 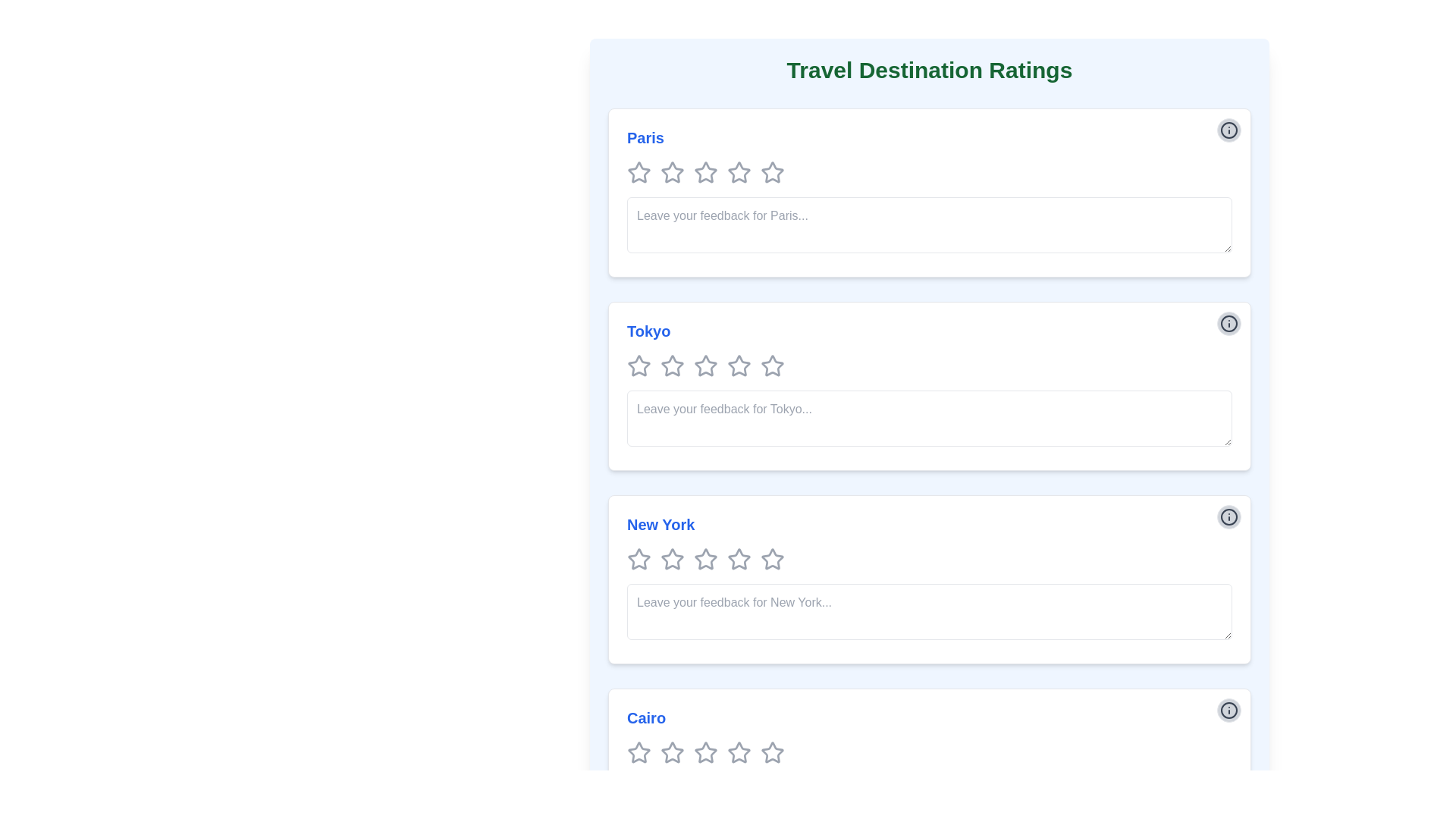 I want to click on the circular informational button located in the top-right corner of the 'Paris' card to trigger a tooltip or color change, so click(x=1229, y=130).